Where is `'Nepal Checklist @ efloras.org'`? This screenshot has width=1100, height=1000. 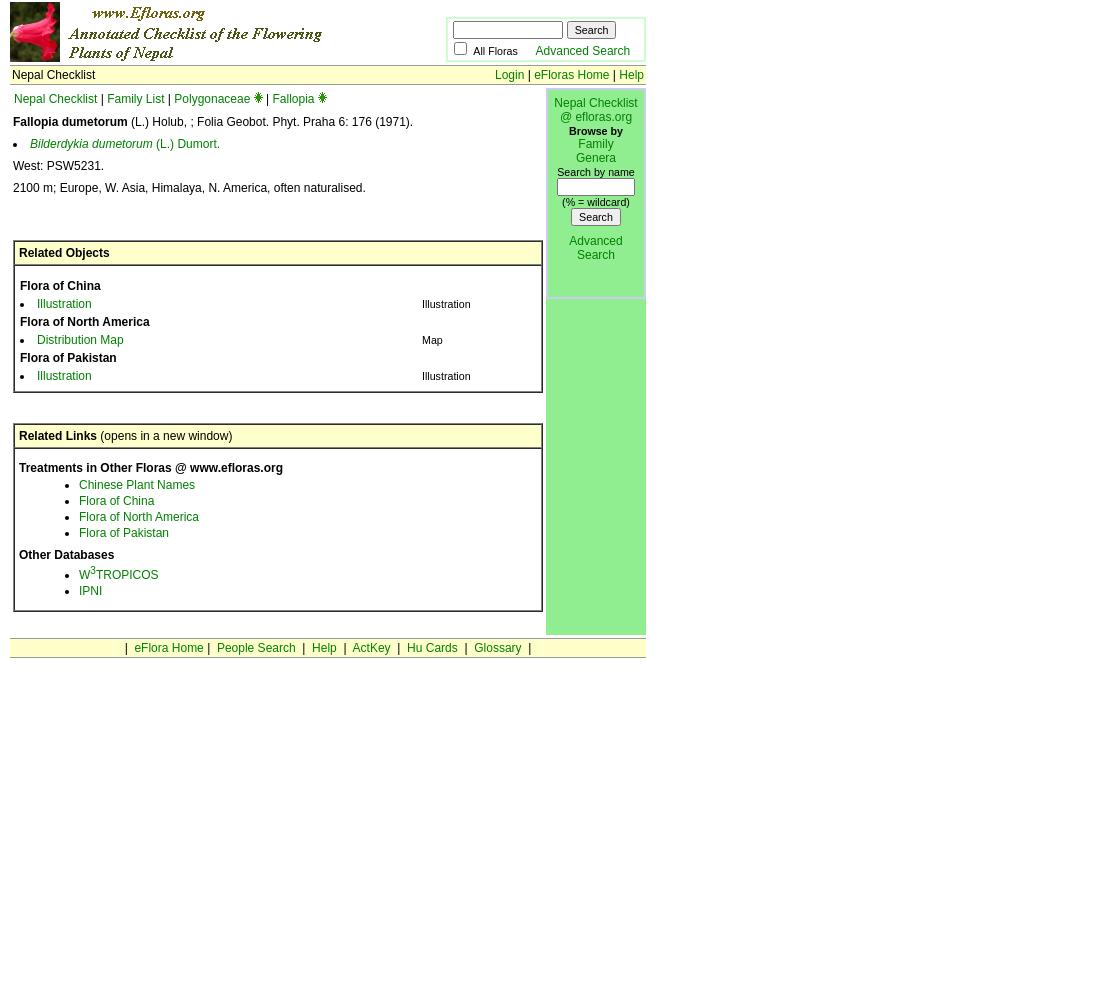
'Nepal Checklist @ efloras.org' is located at coordinates (594, 109).